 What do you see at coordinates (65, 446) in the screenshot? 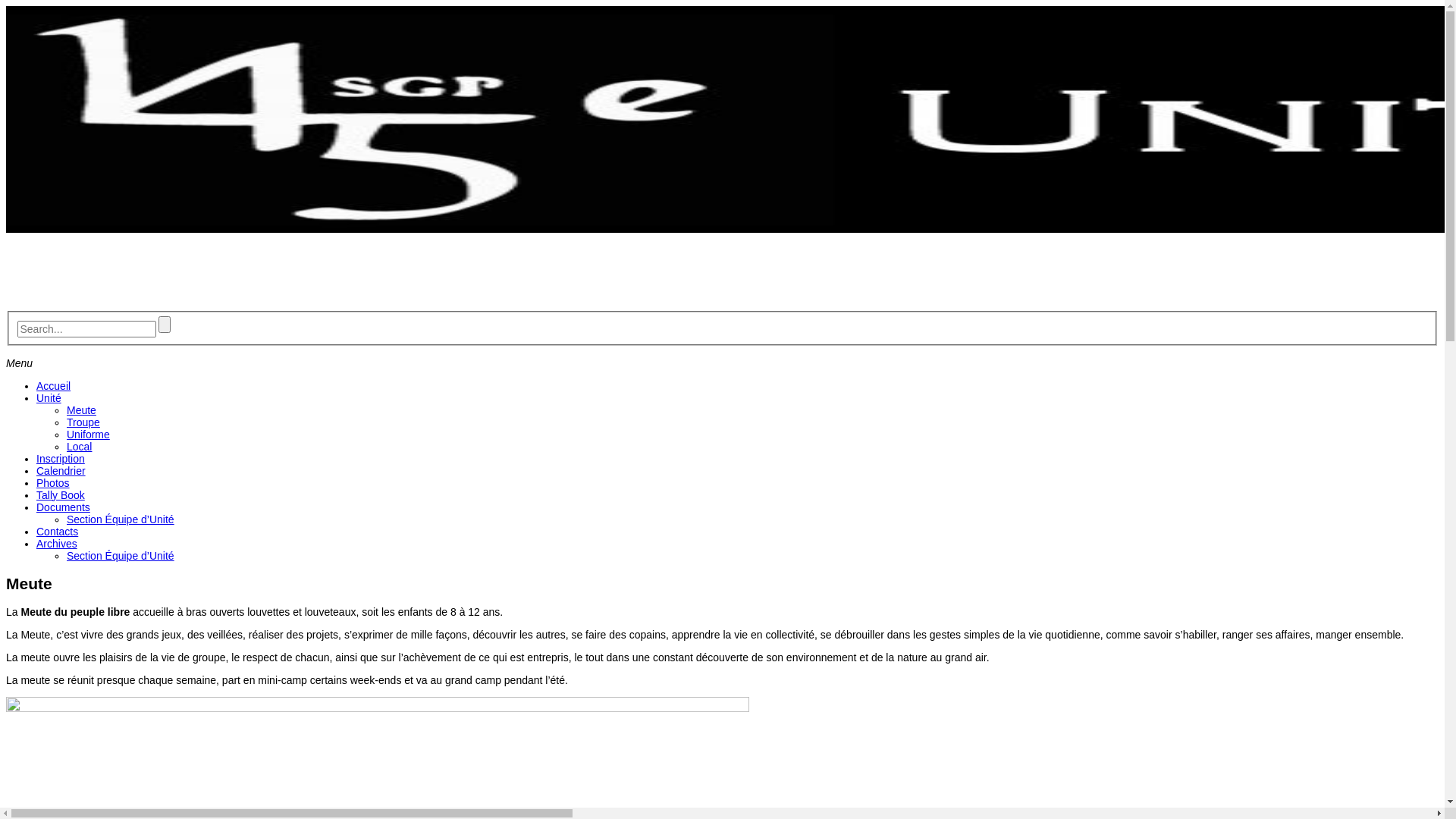
I see `'Local'` at bounding box center [65, 446].